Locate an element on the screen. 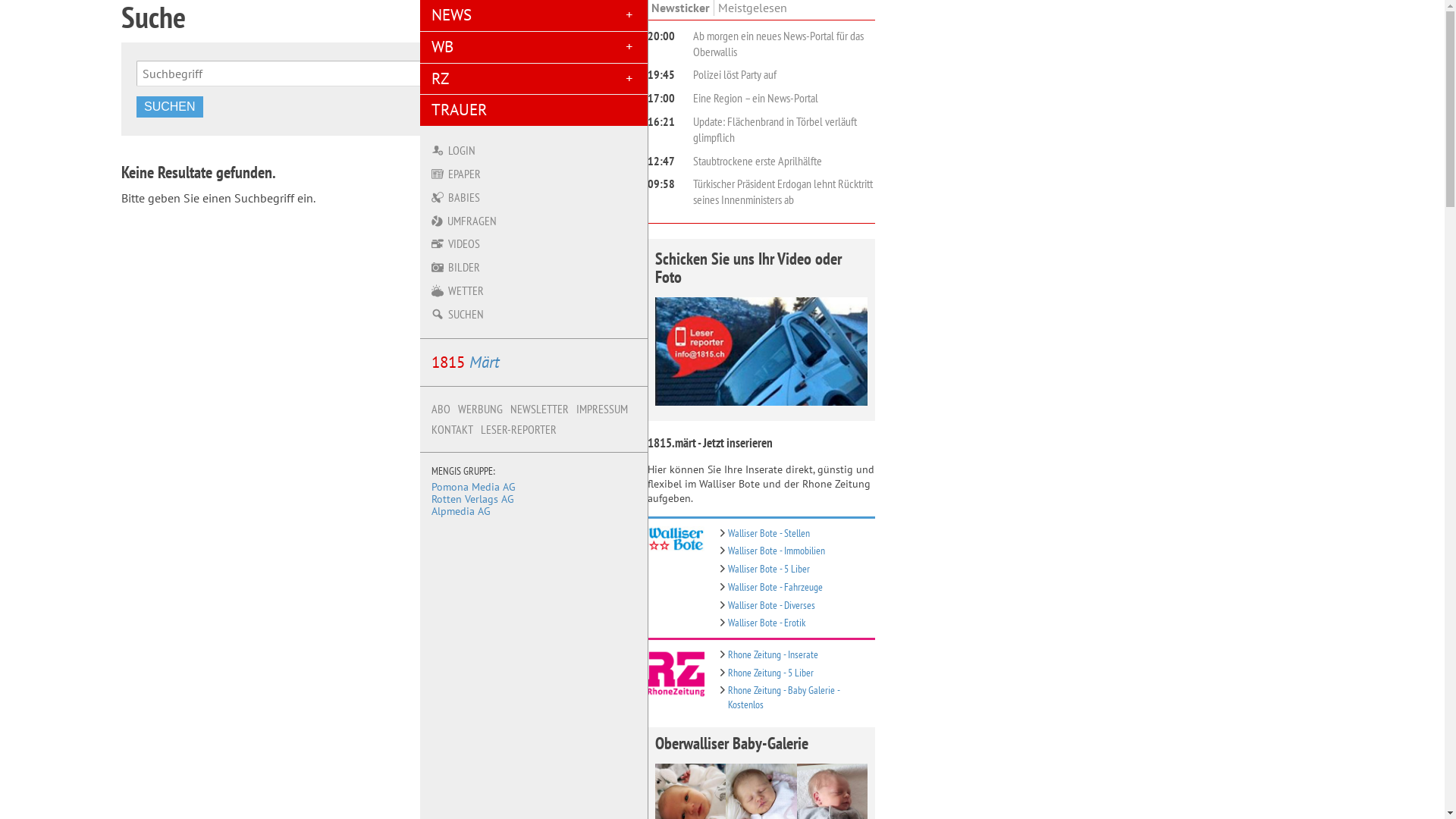 The image size is (1456, 819). 'Walliser Bote - 5 Liber' is located at coordinates (728, 568).